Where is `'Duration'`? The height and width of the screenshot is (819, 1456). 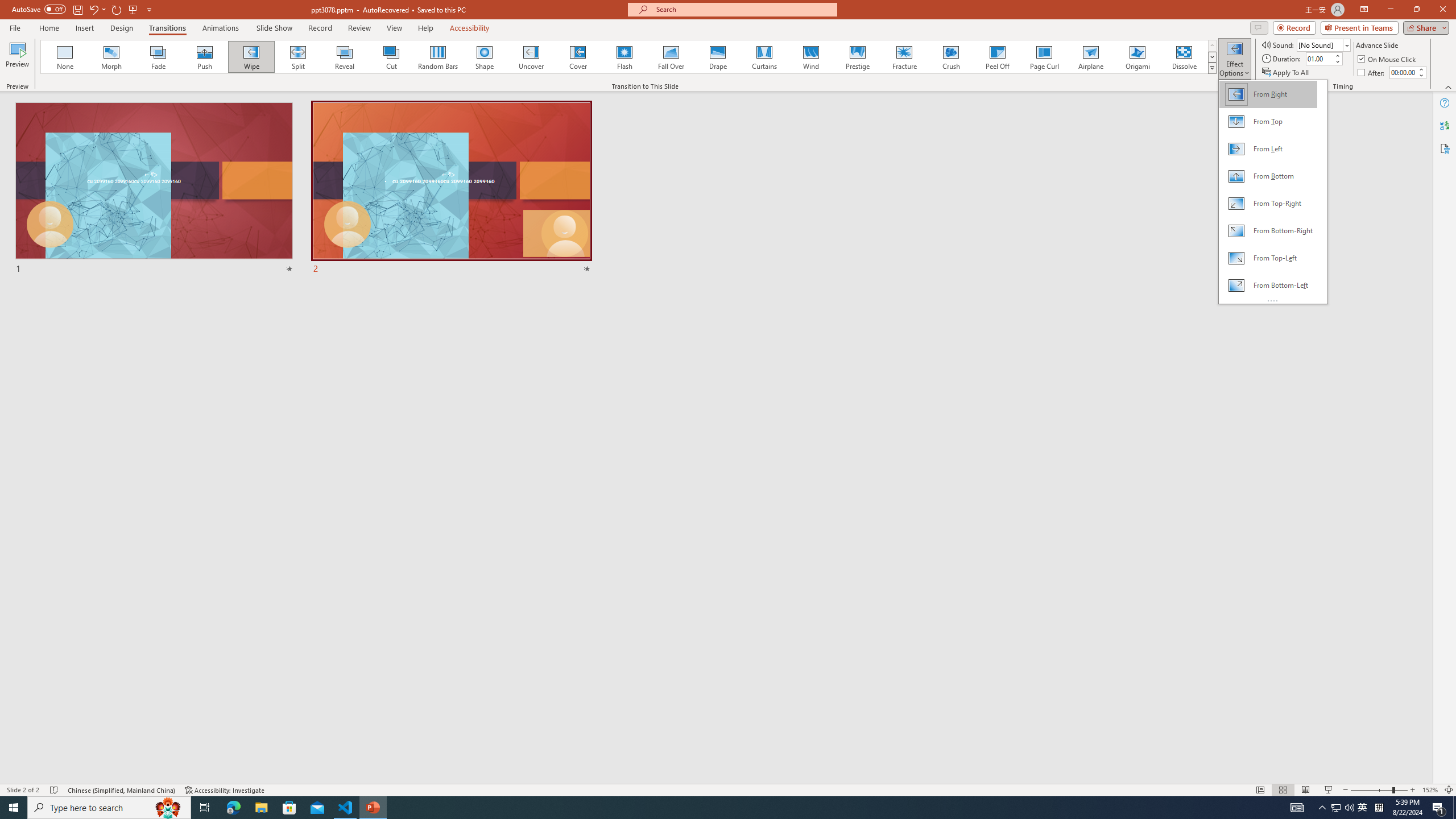 'Duration' is located at coordinates (1319, 58).